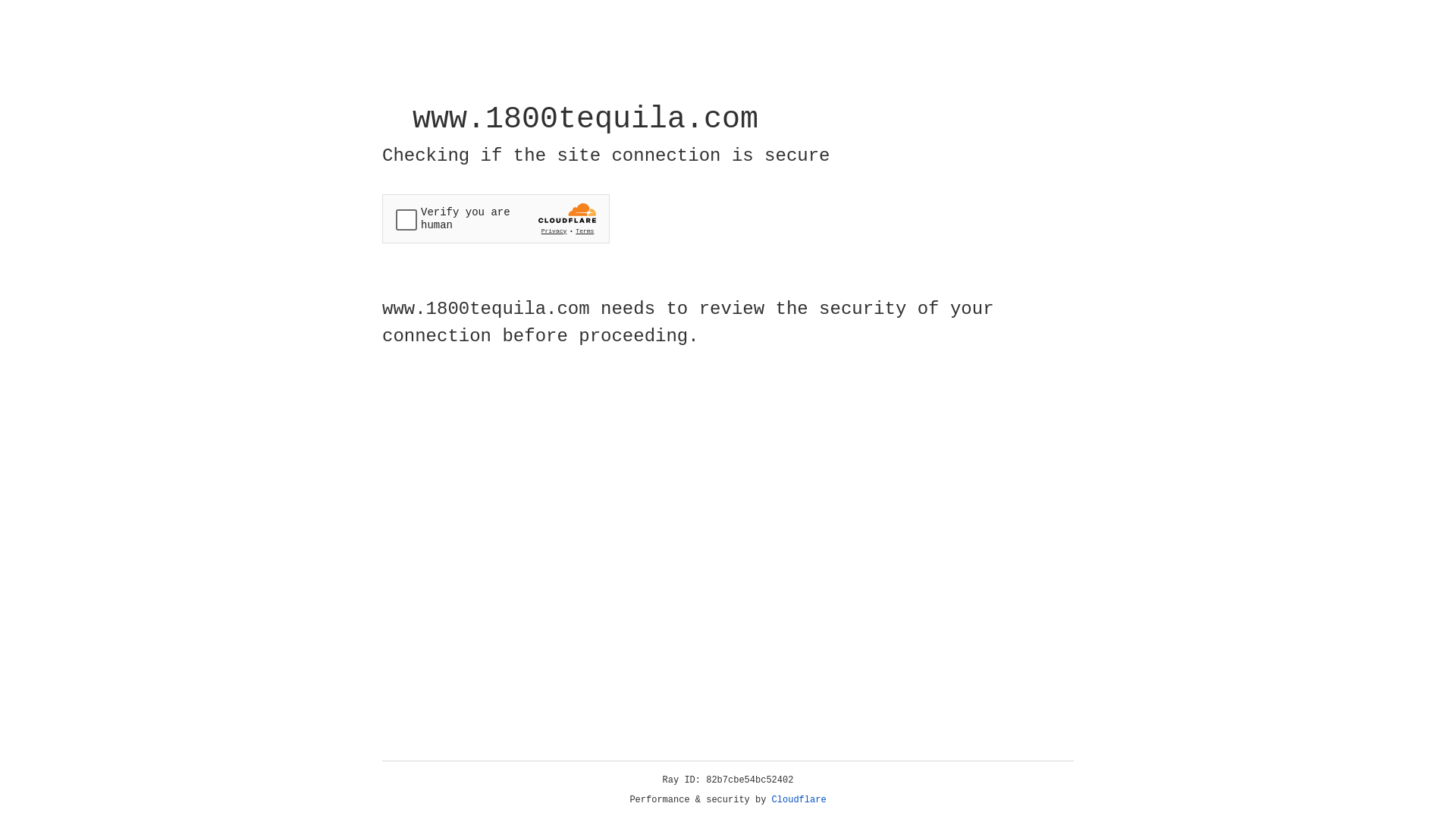 This screenshot has width=1456, height=819. What do you see at coordinates (495, 218) in the screenshot?
I see `'Widget containing a Cloudflare security challenge'` at bounding box center [495, 218].